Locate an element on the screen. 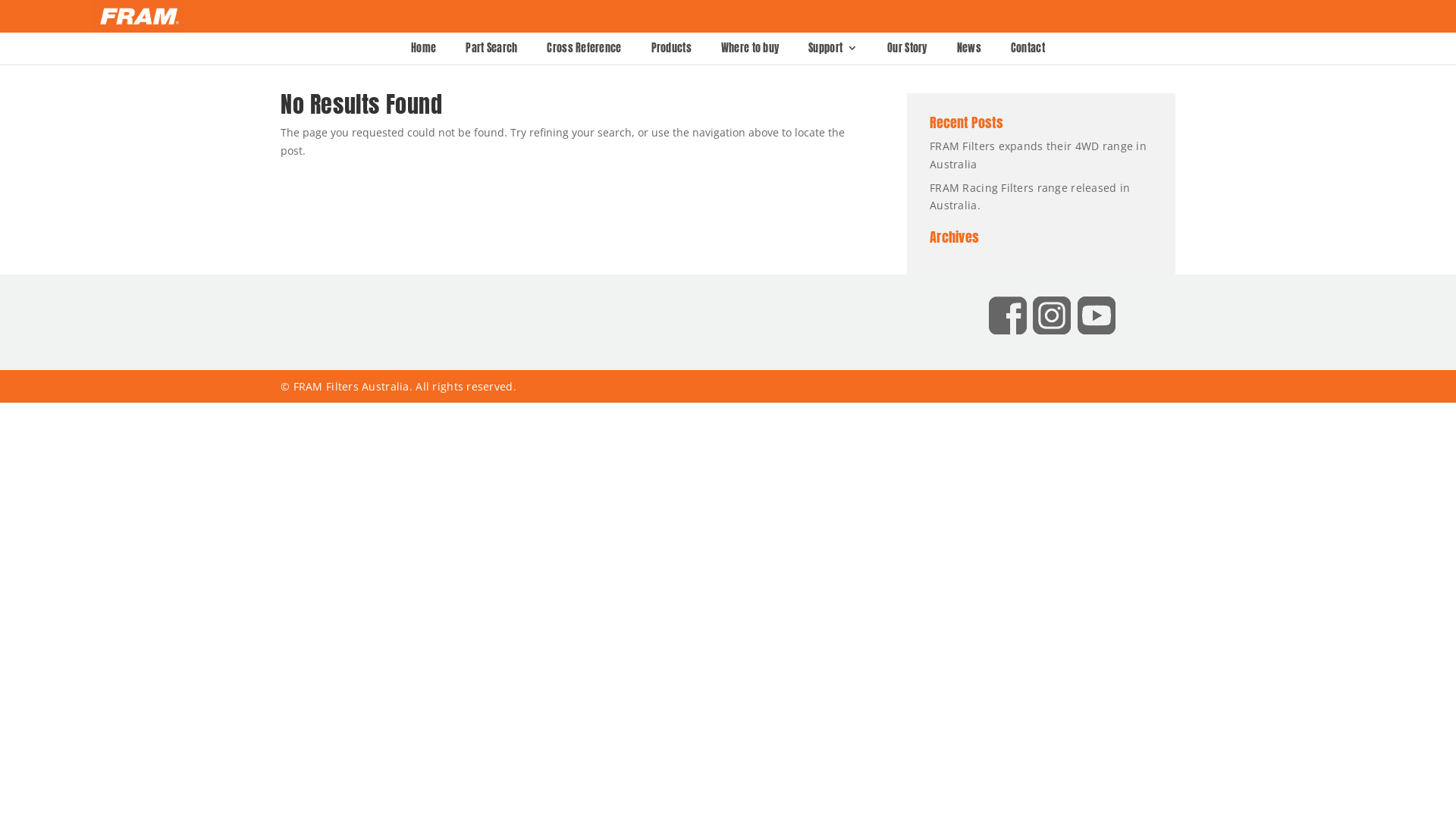 This screenshot has height=819, width=1456. 'FRAM Racing Filters range released in Australia.' is located at coordinates (1030, 196).